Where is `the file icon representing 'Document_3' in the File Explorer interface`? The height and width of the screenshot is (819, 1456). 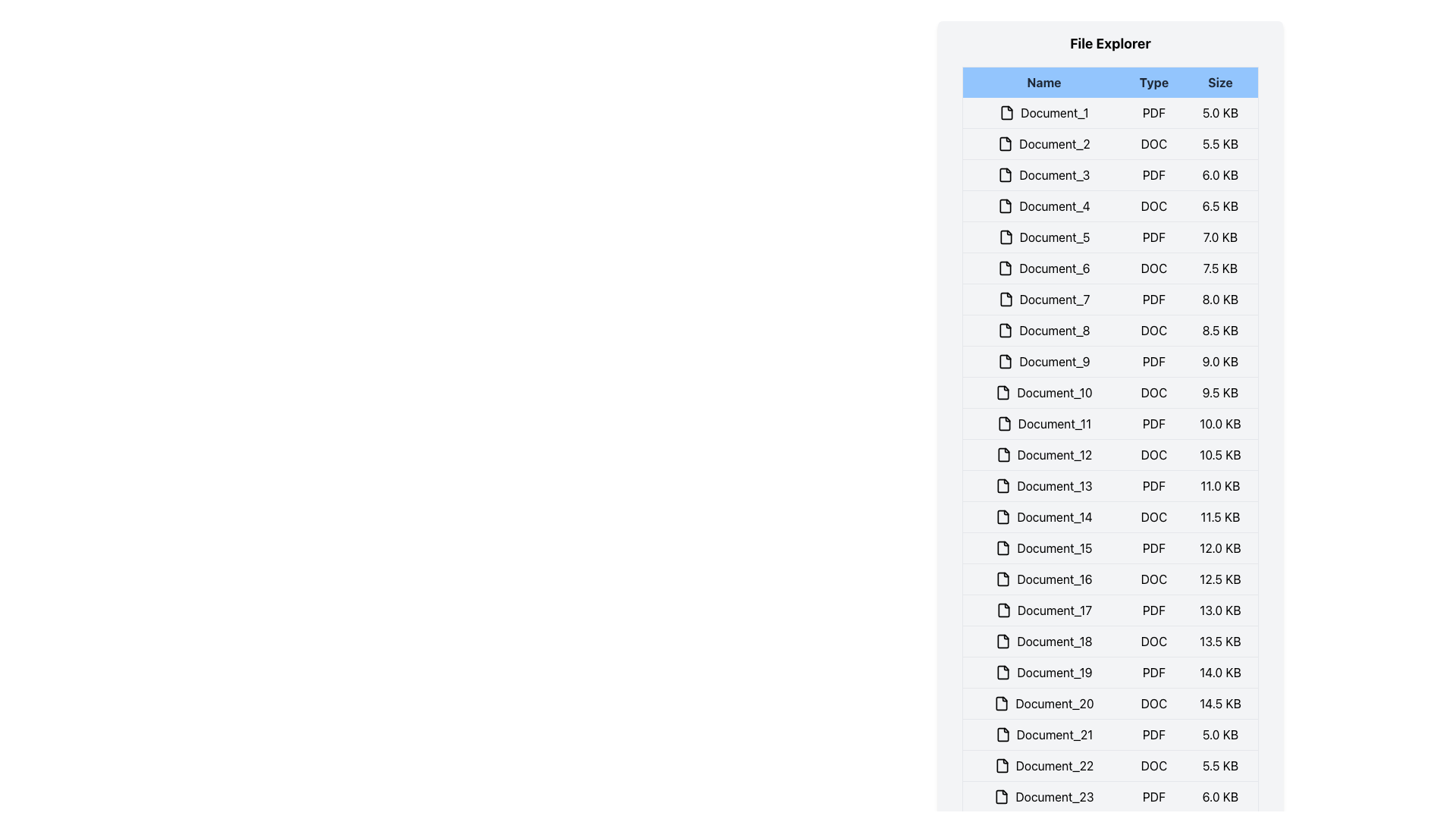 the file icon representing 'Document_3' in the File Explorer interface is located at coordinates (1006, 174).